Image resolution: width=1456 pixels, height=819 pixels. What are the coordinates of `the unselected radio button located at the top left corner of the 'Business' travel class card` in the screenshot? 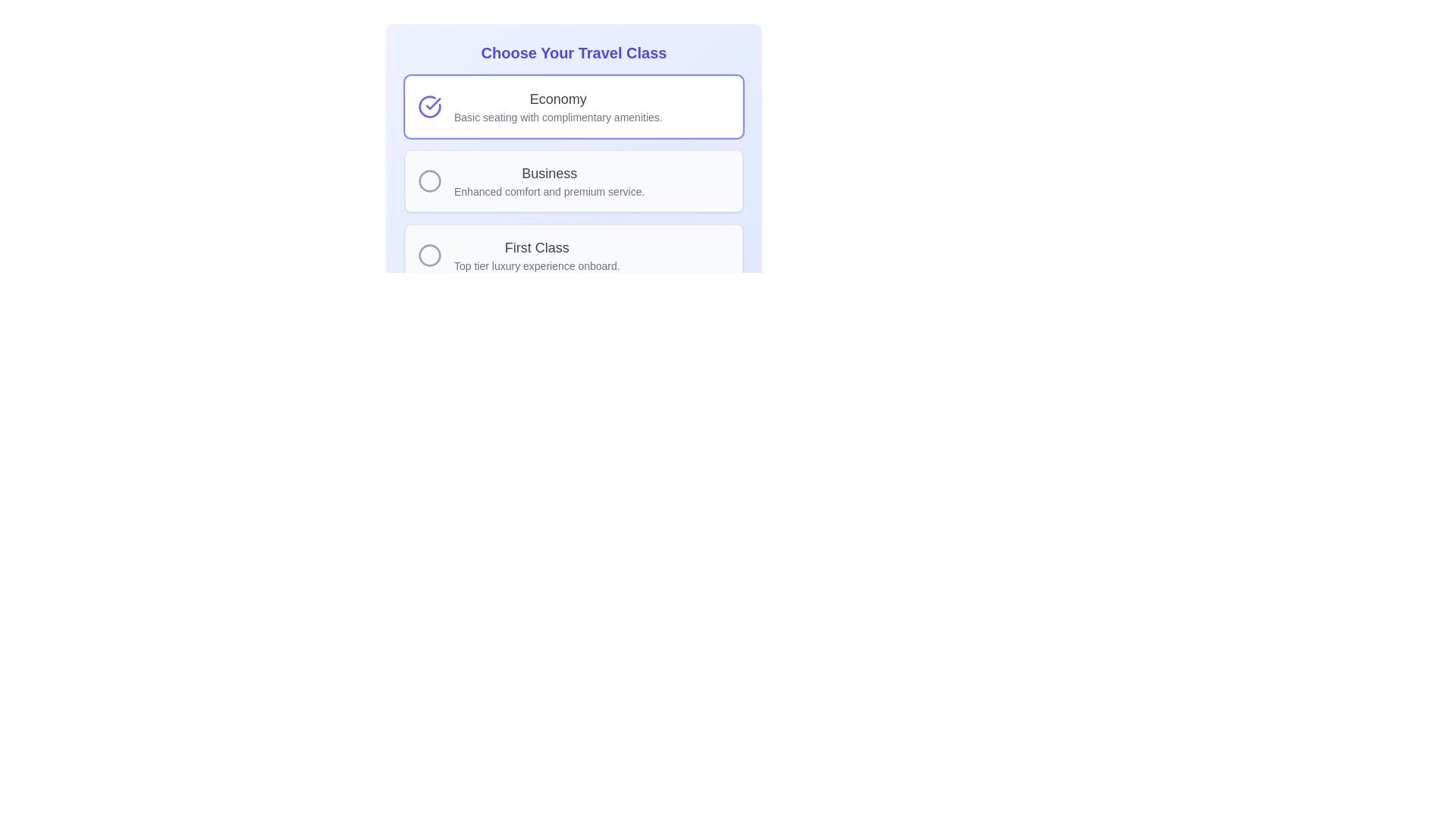 It's located at (435, 180).